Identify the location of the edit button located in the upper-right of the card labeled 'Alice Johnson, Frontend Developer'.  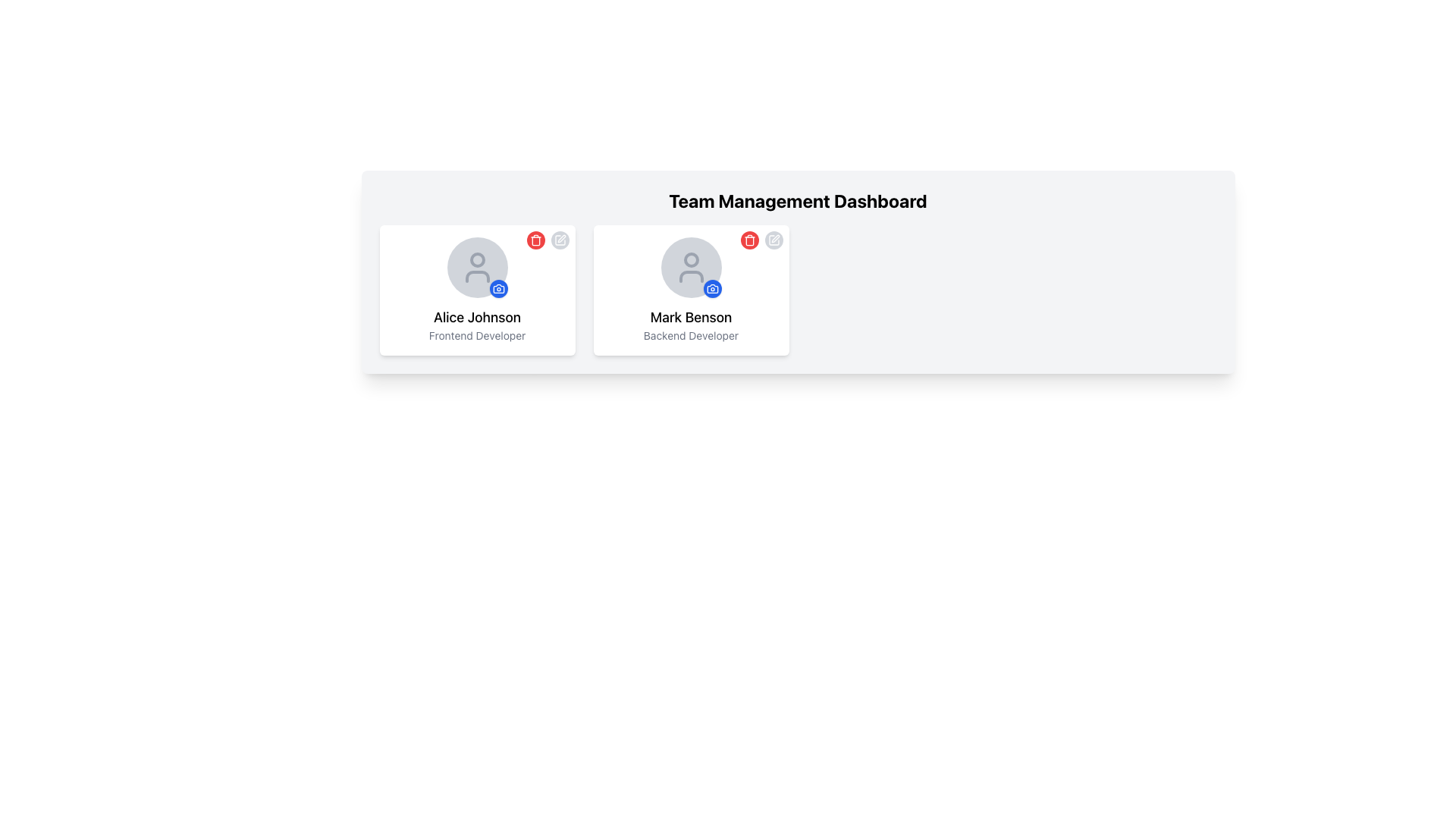
(559, 239).